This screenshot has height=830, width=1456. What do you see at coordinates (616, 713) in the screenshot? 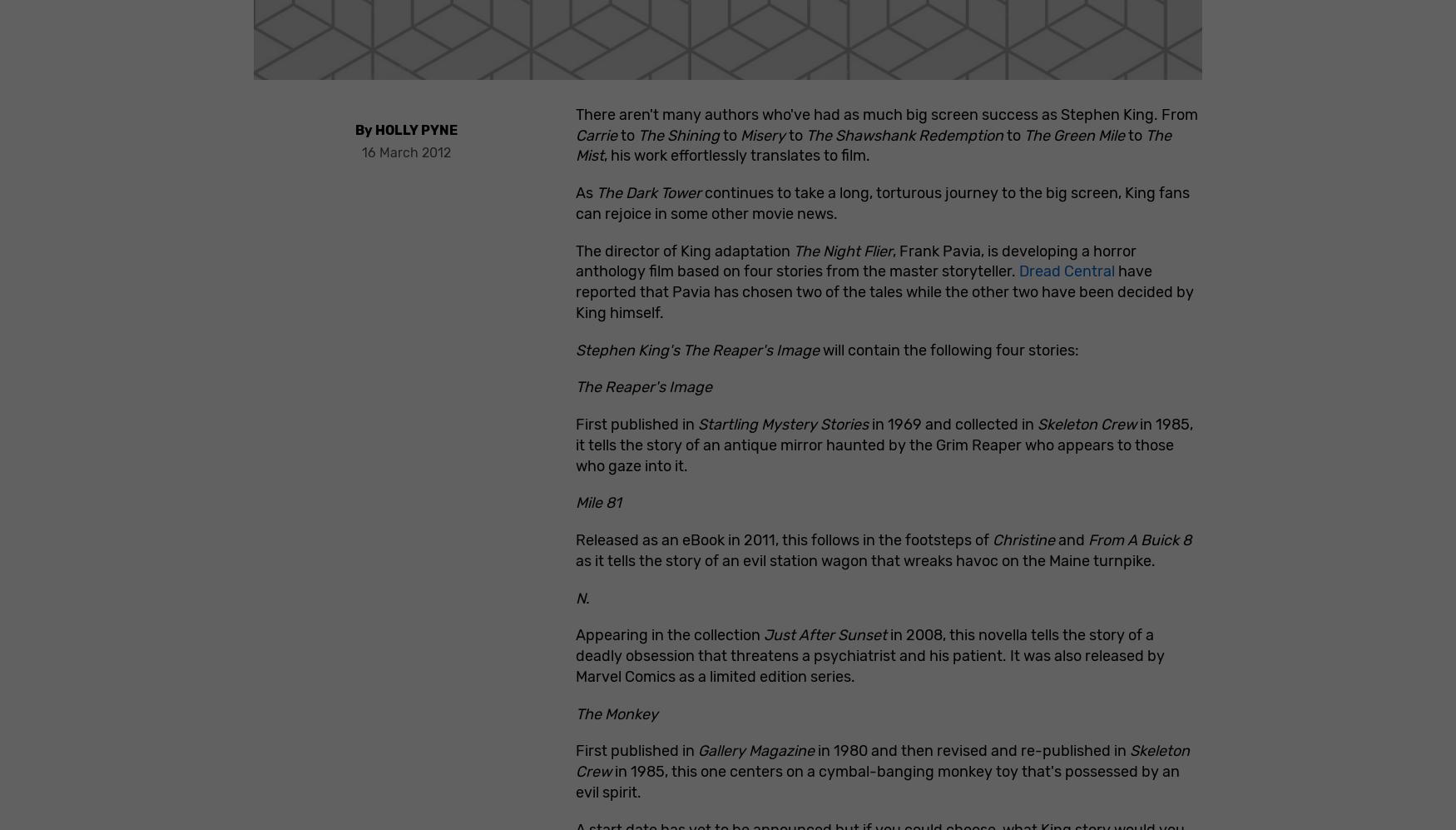
I see `'The Monkey'` at bounding box center [616, 713].